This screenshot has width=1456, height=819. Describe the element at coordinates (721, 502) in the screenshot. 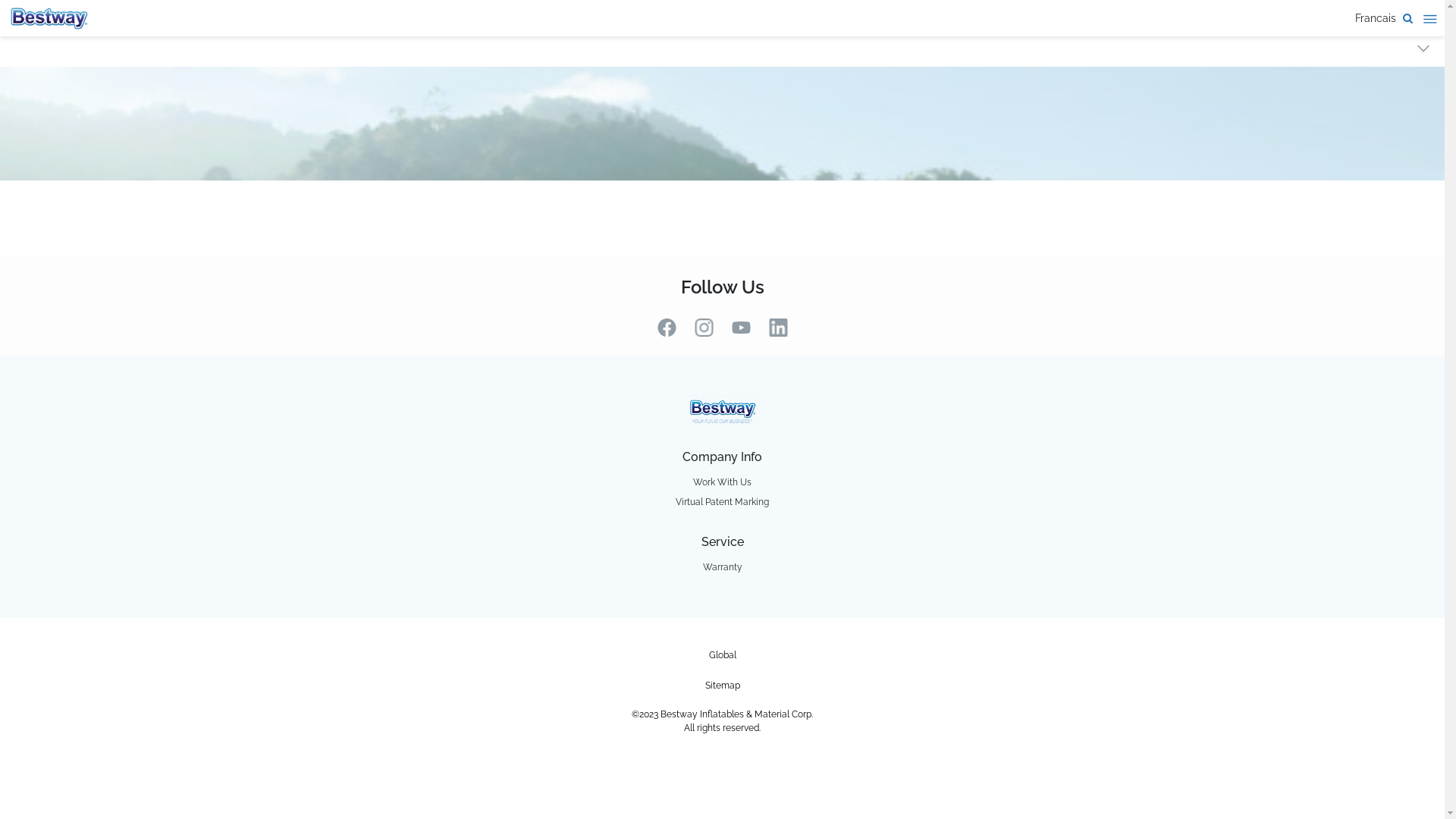

I see `'Virtual Patent Marking'` at that location.